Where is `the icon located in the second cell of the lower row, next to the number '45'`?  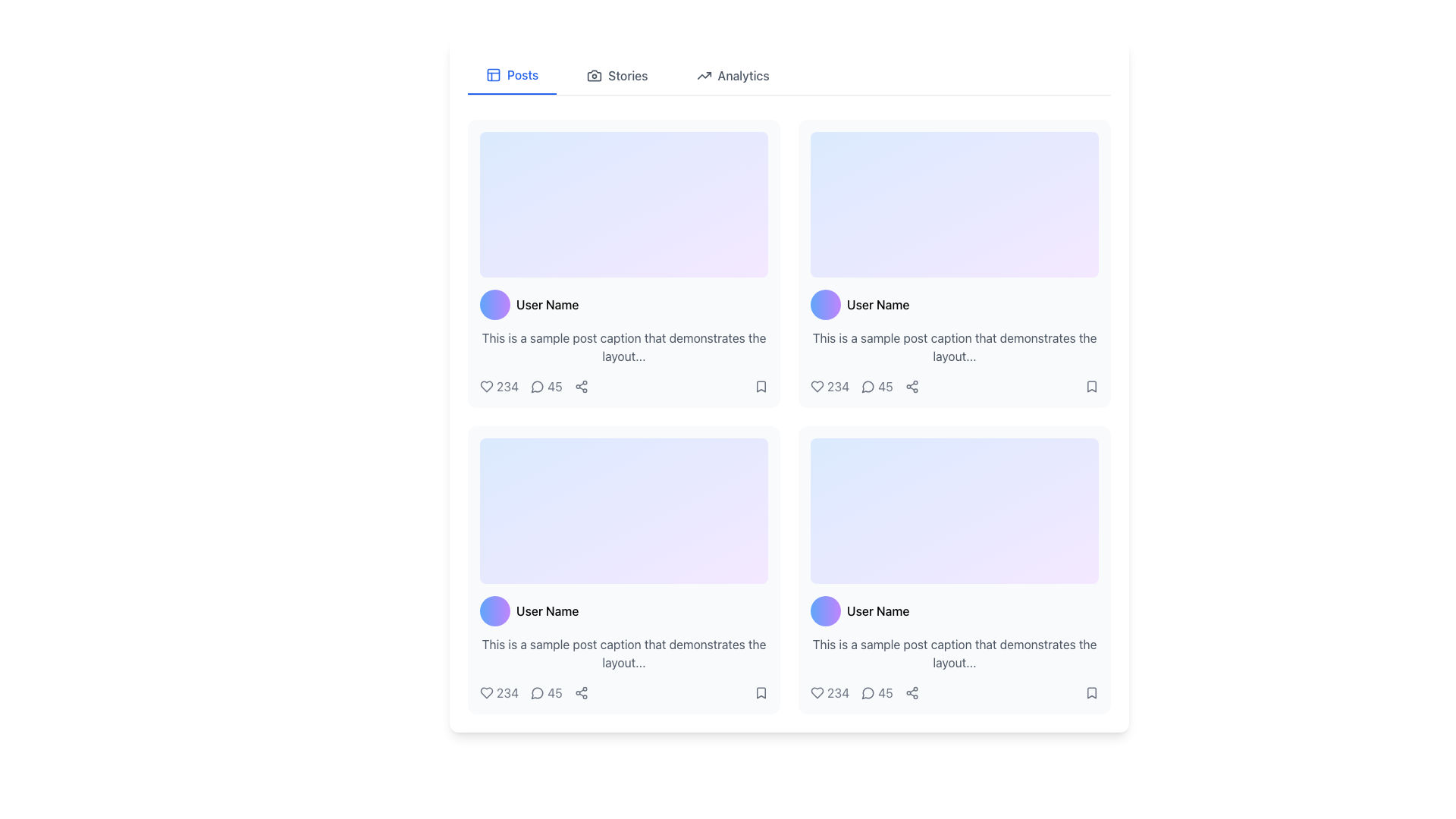 the icon located in the second cell of the lower row, next to the number '45' is located at coordinates (538, 693).